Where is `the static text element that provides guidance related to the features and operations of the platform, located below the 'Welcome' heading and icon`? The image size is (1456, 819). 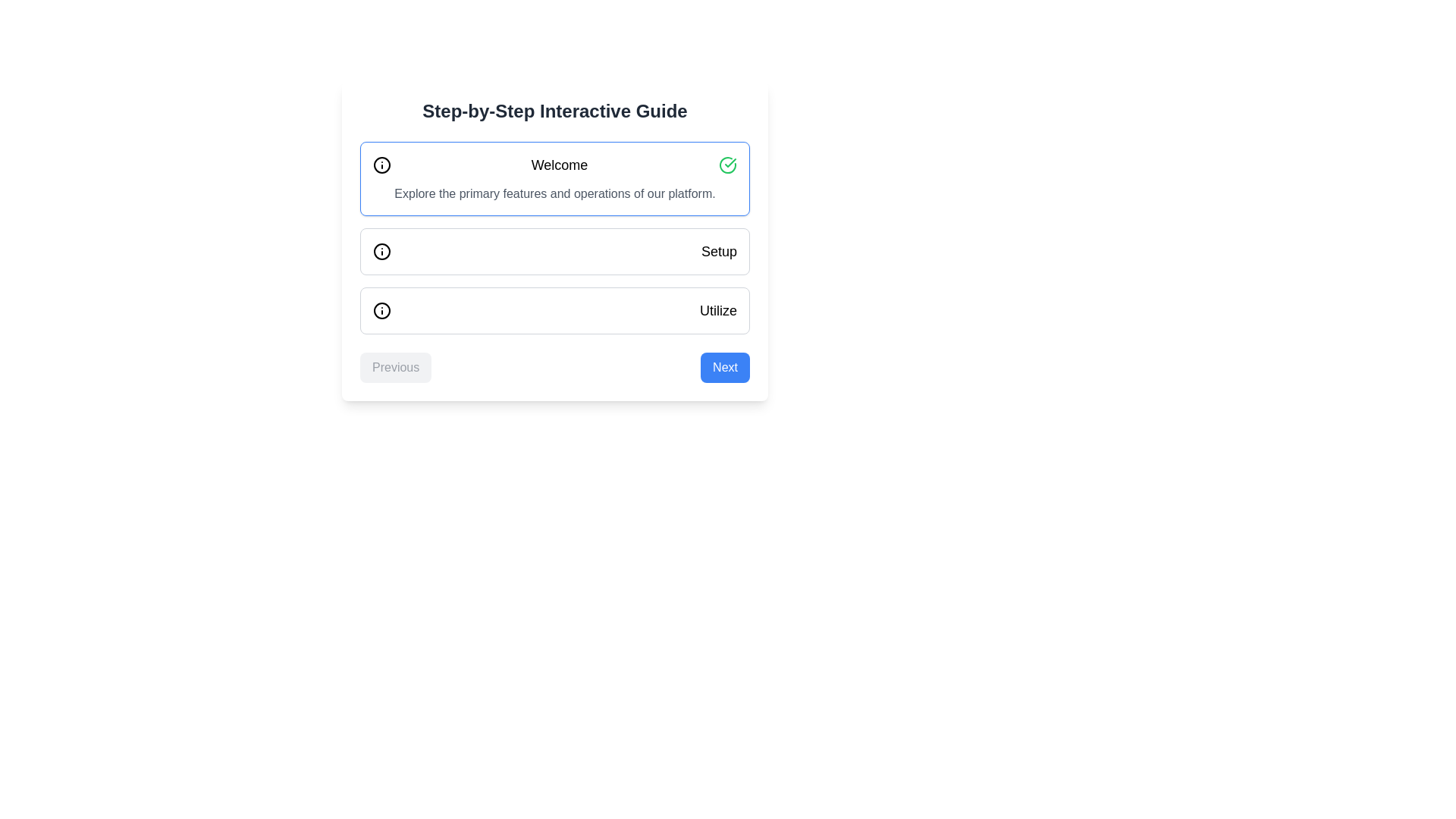
the static text element that provides guidance related to the features and operations of the platform, located below the 'Welcome' heading and icon is located at coordinates (554, 193).